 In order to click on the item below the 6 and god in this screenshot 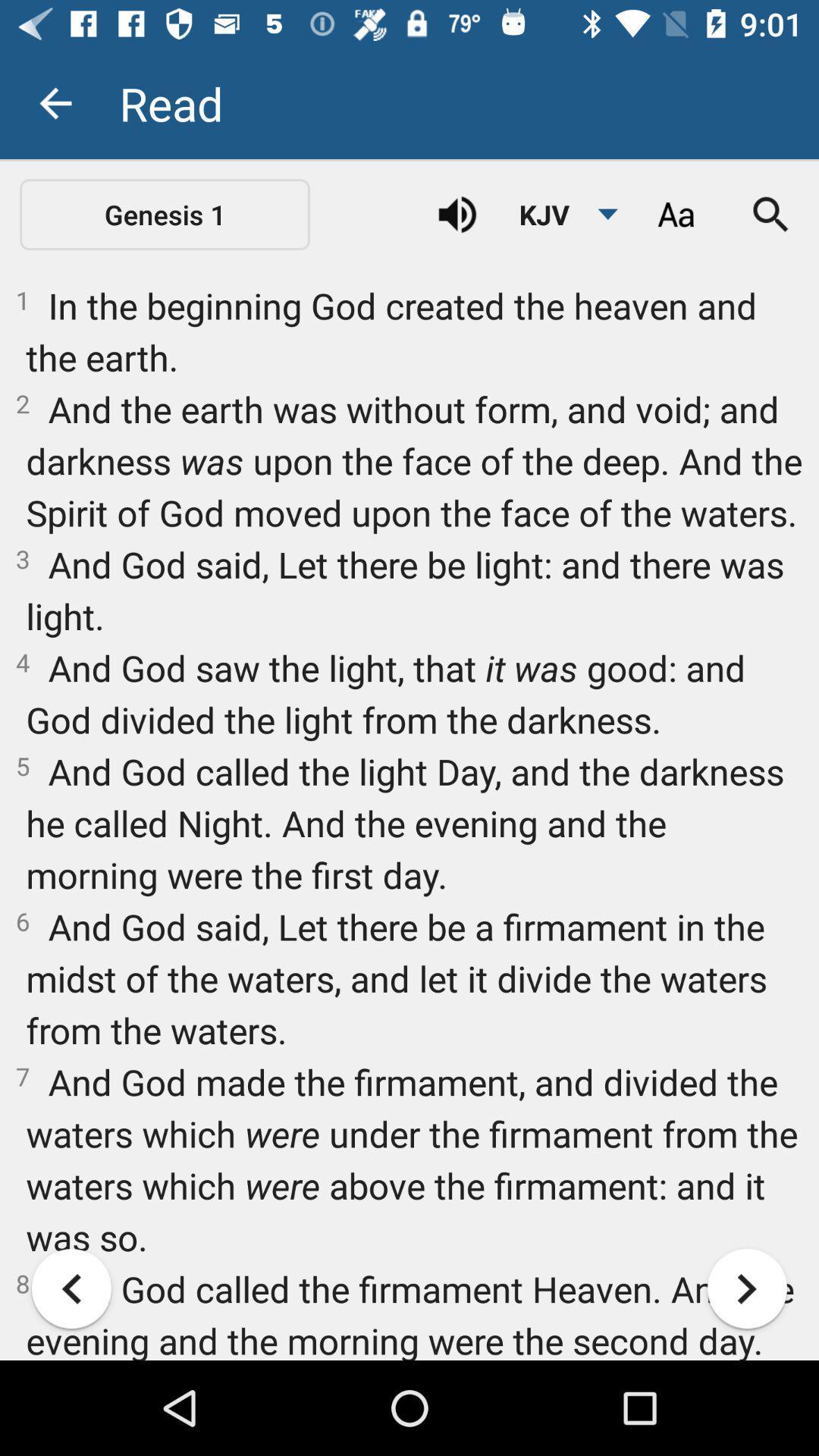, I will do `click(746, 1288)`.